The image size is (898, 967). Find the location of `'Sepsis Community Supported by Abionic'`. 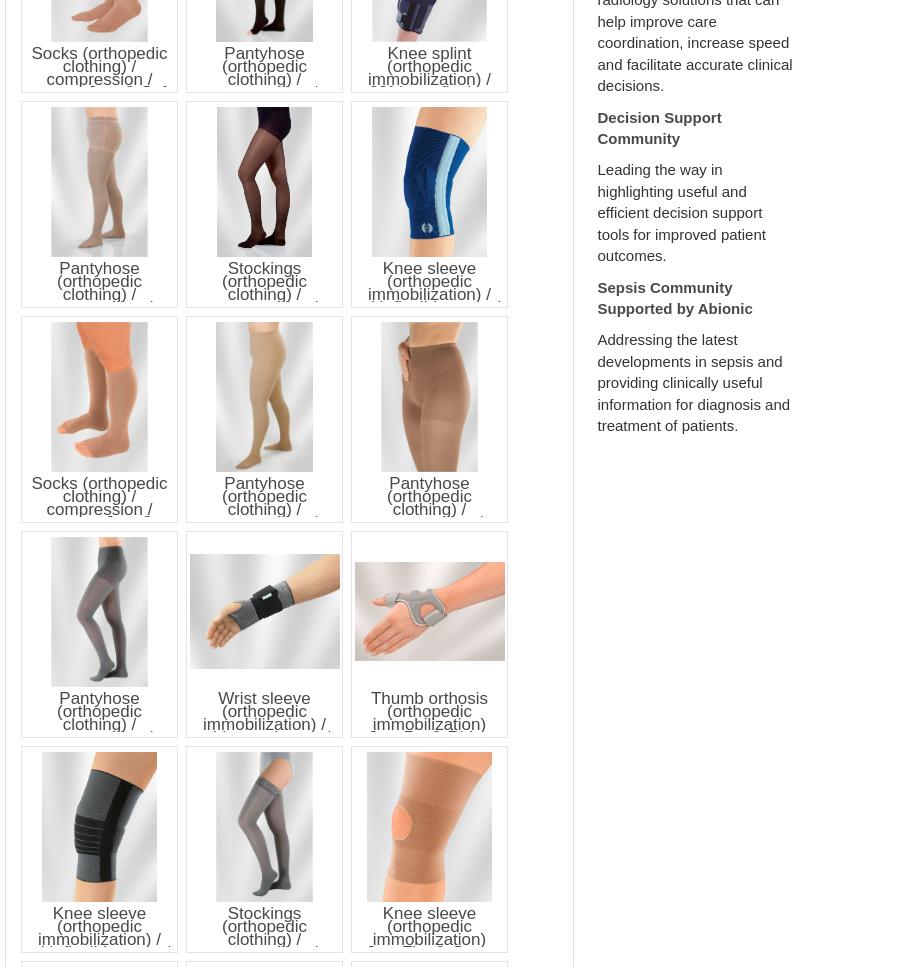

'Sepsis Community Supported by Abionic' is located at coordinates (674, 295).